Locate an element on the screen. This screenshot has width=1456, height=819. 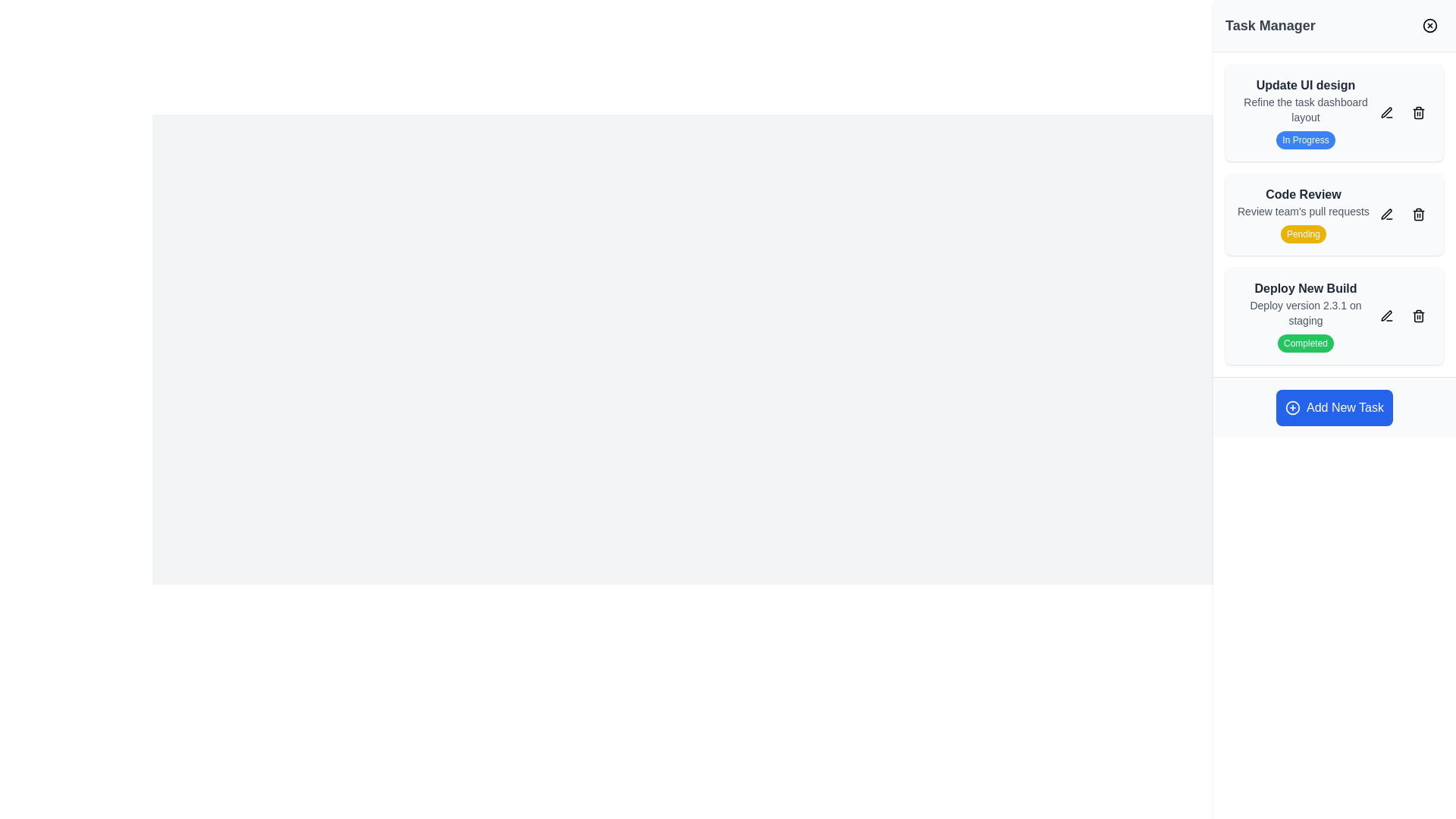
the pen icon button, which is a small rounded rectangular button with a black stroke and white fill icon is located at coordinates (1386, 214).